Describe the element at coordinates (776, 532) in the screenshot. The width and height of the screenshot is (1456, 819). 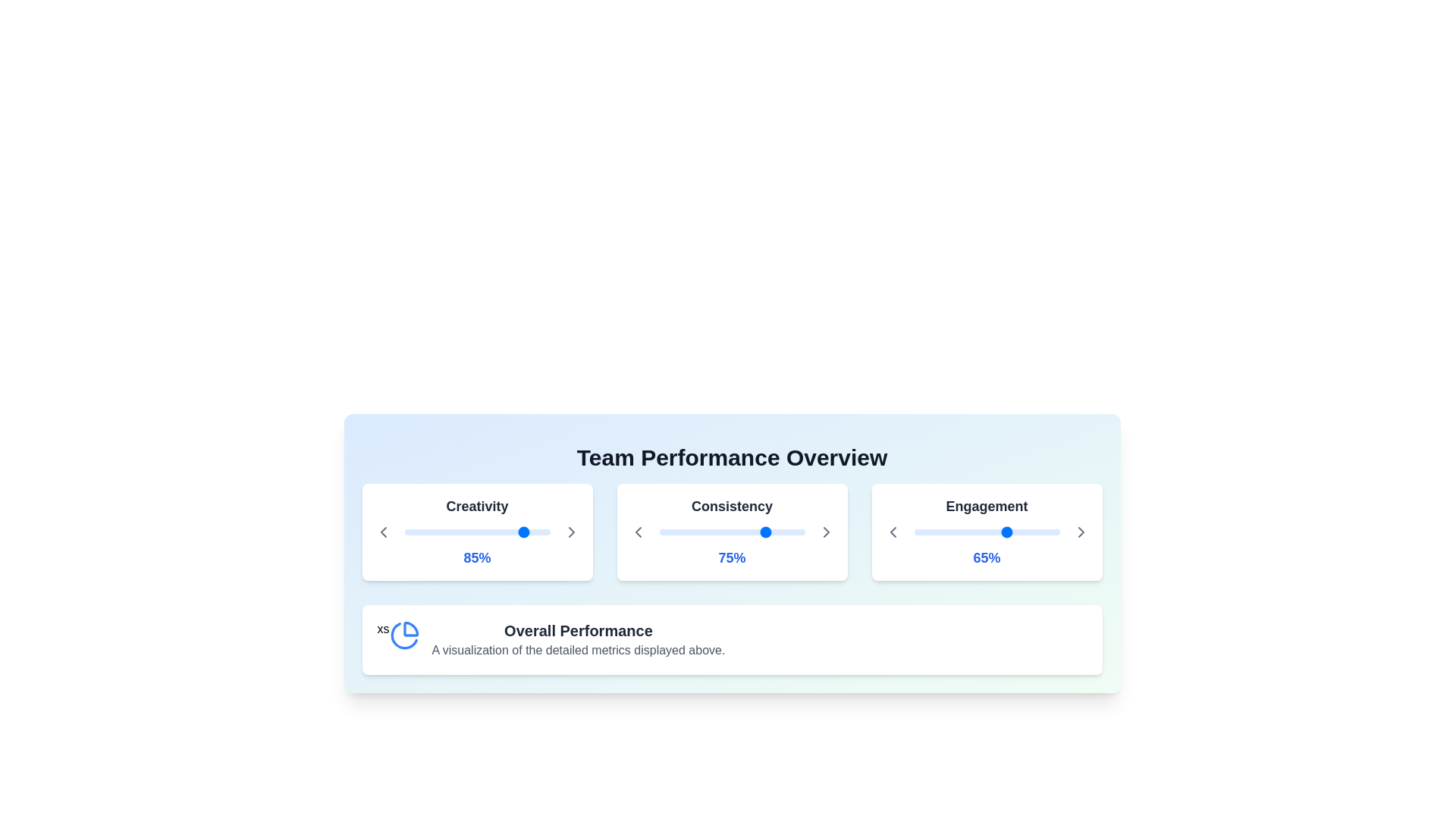
I see `the consistency score` at that location.